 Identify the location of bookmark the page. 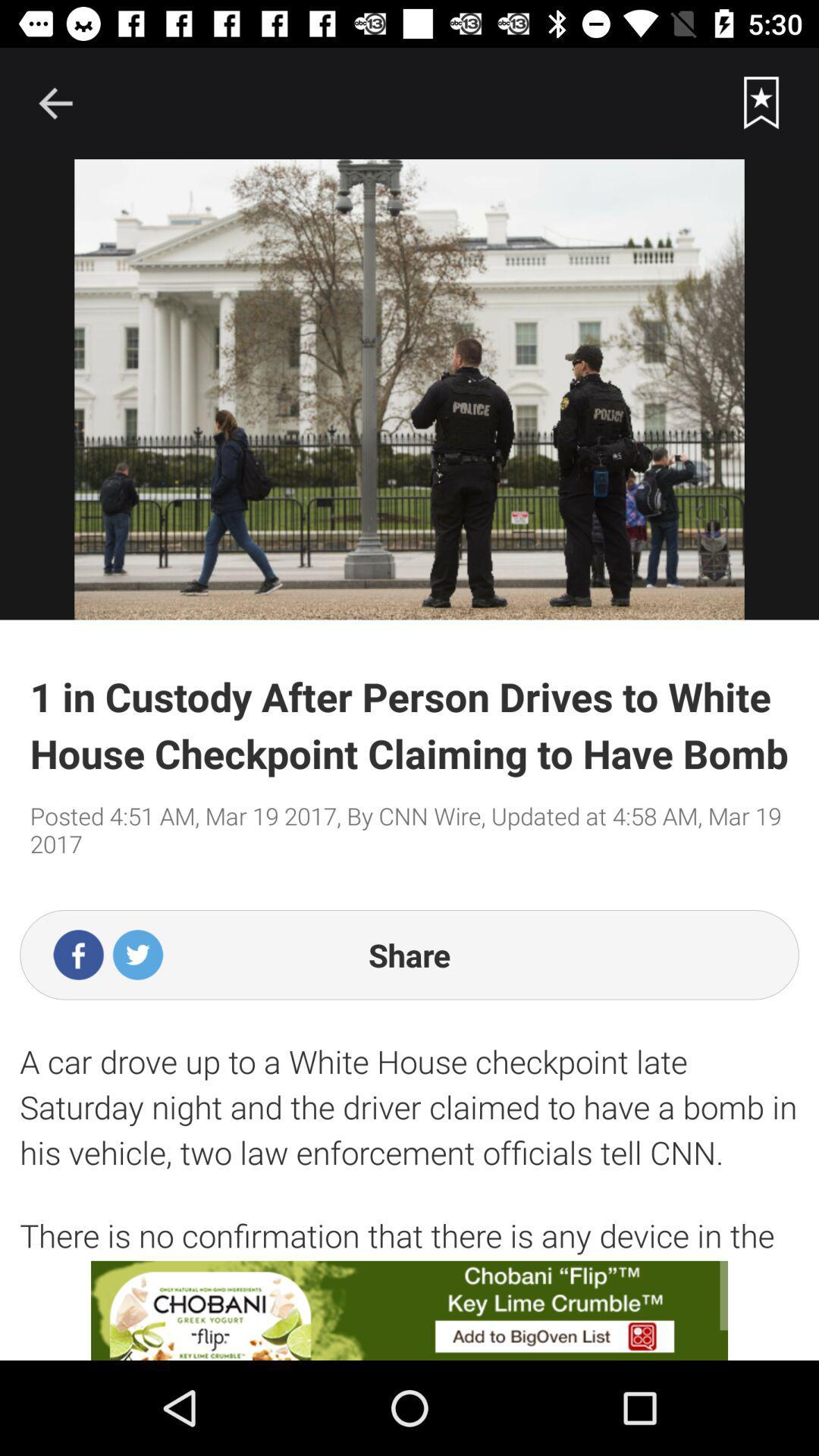
(761, 102).